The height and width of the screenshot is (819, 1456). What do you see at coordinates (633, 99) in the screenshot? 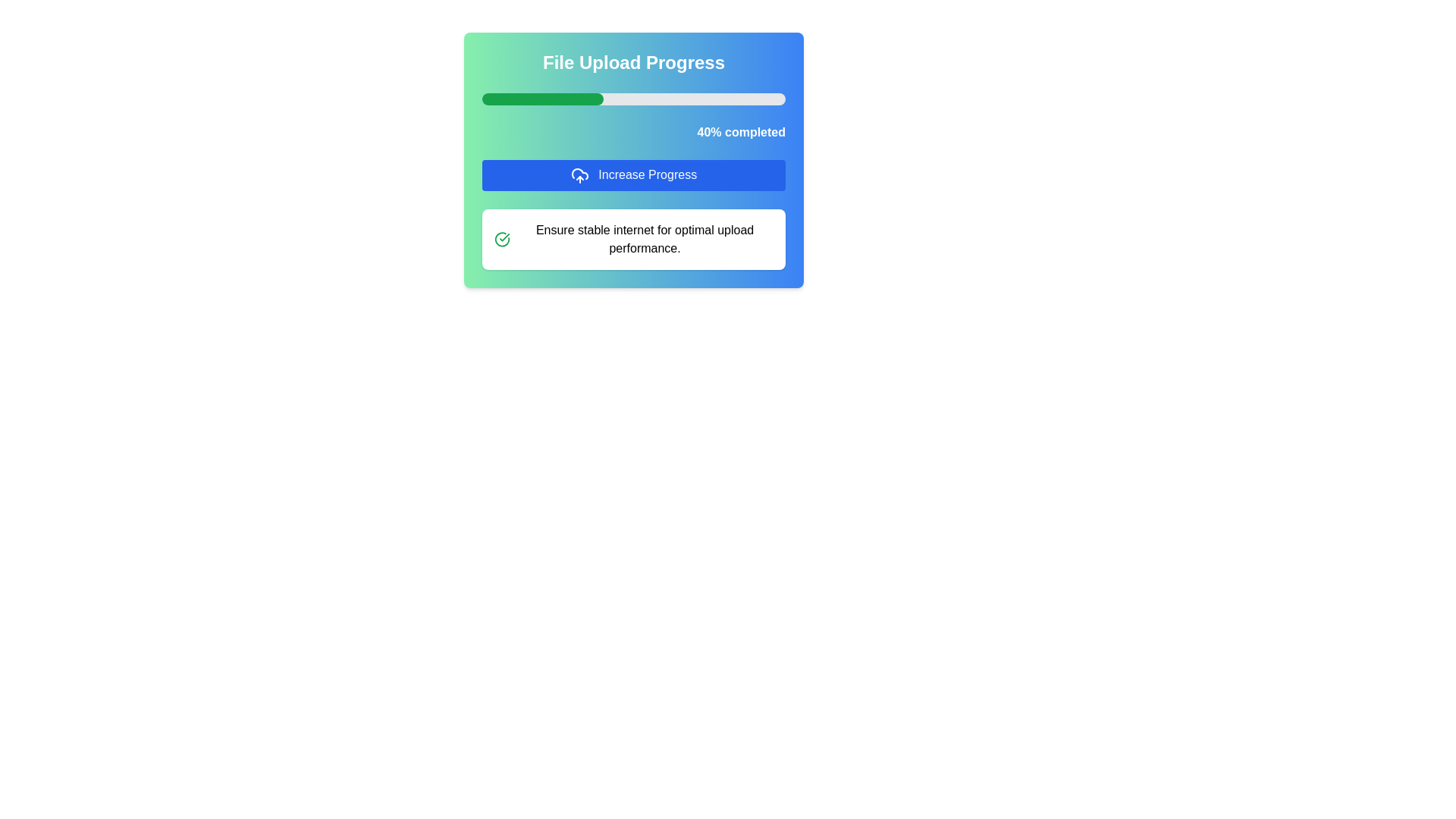
I see `the progress visually by focusing on the horizontal progress bar with a light gray background, green section indicating progress, and white section for remaining progress, located below the title 'File Upload Progress'` at bounding box center [633, 99].